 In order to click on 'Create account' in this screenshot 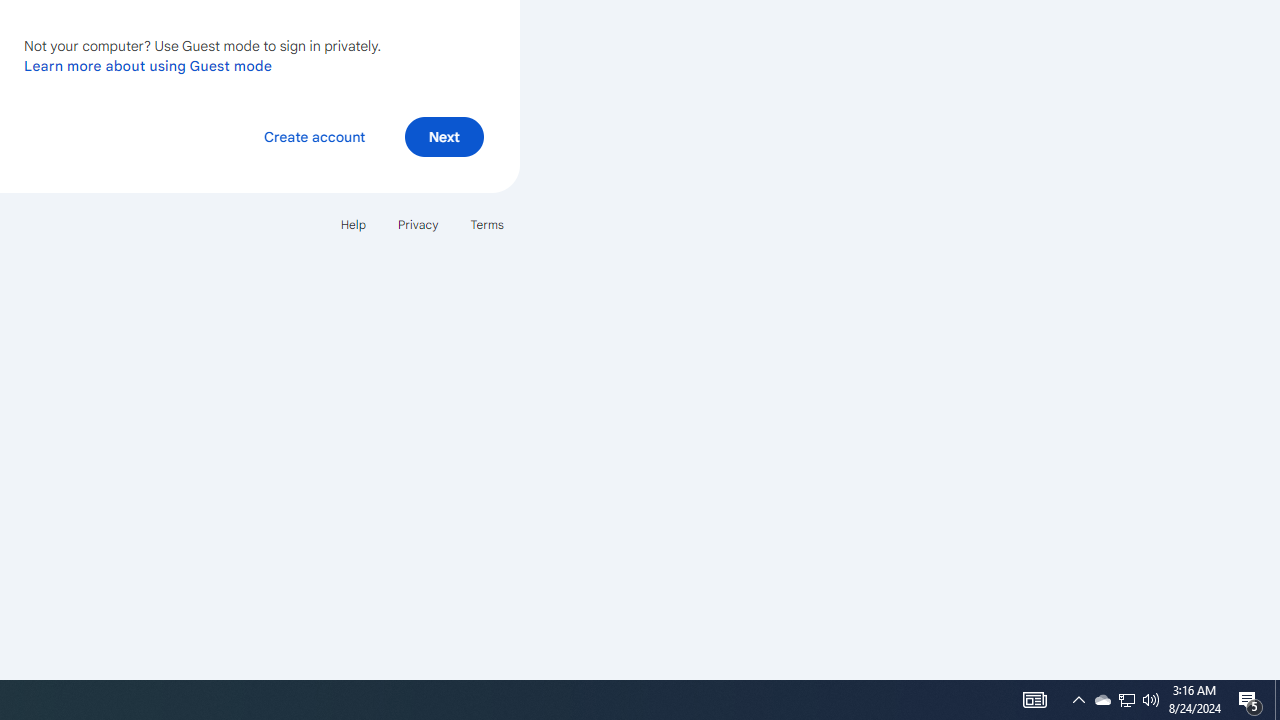, I will do `click(313, 135)`.